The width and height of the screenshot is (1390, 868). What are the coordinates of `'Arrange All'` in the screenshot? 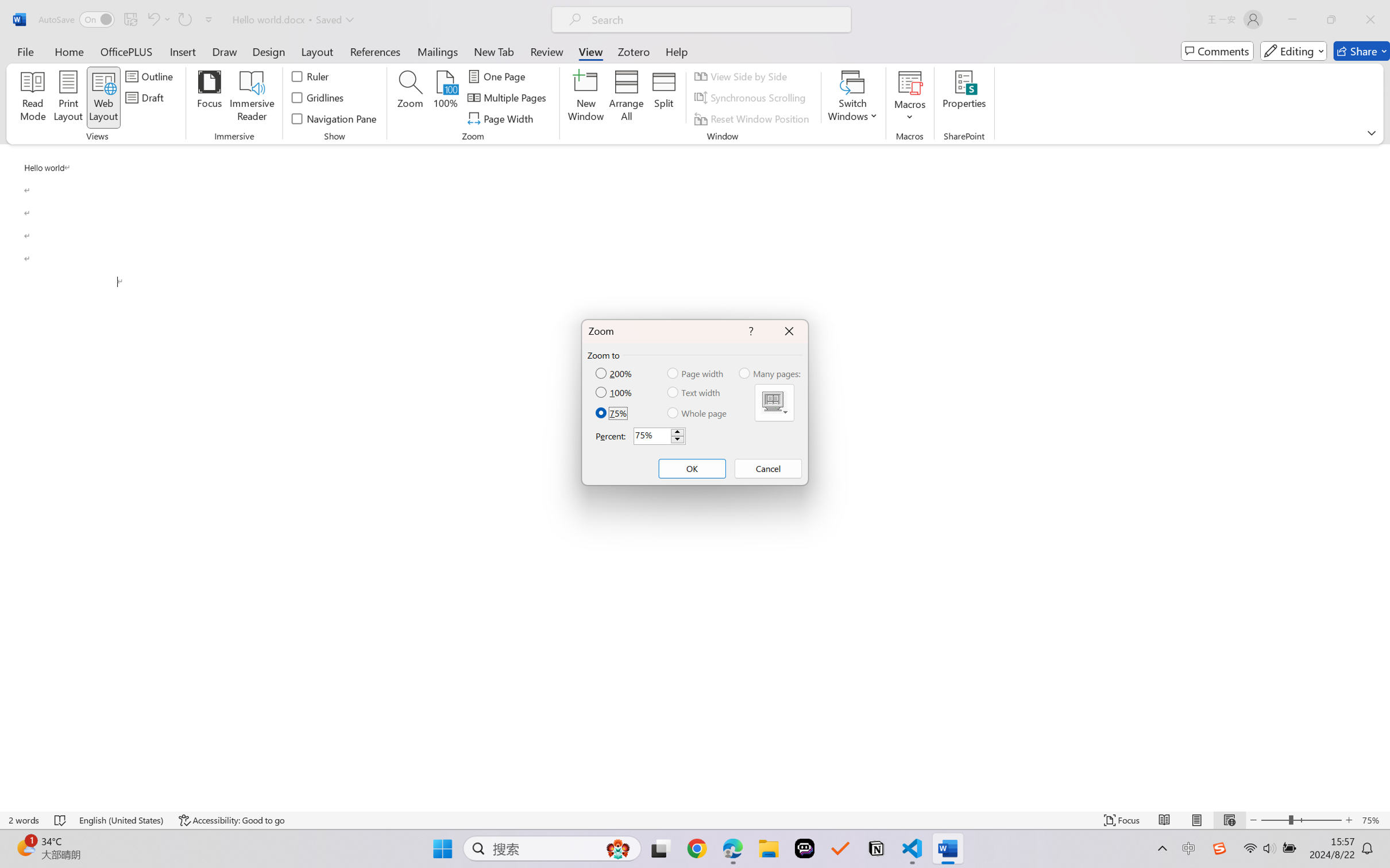 It's located at (625, 98).